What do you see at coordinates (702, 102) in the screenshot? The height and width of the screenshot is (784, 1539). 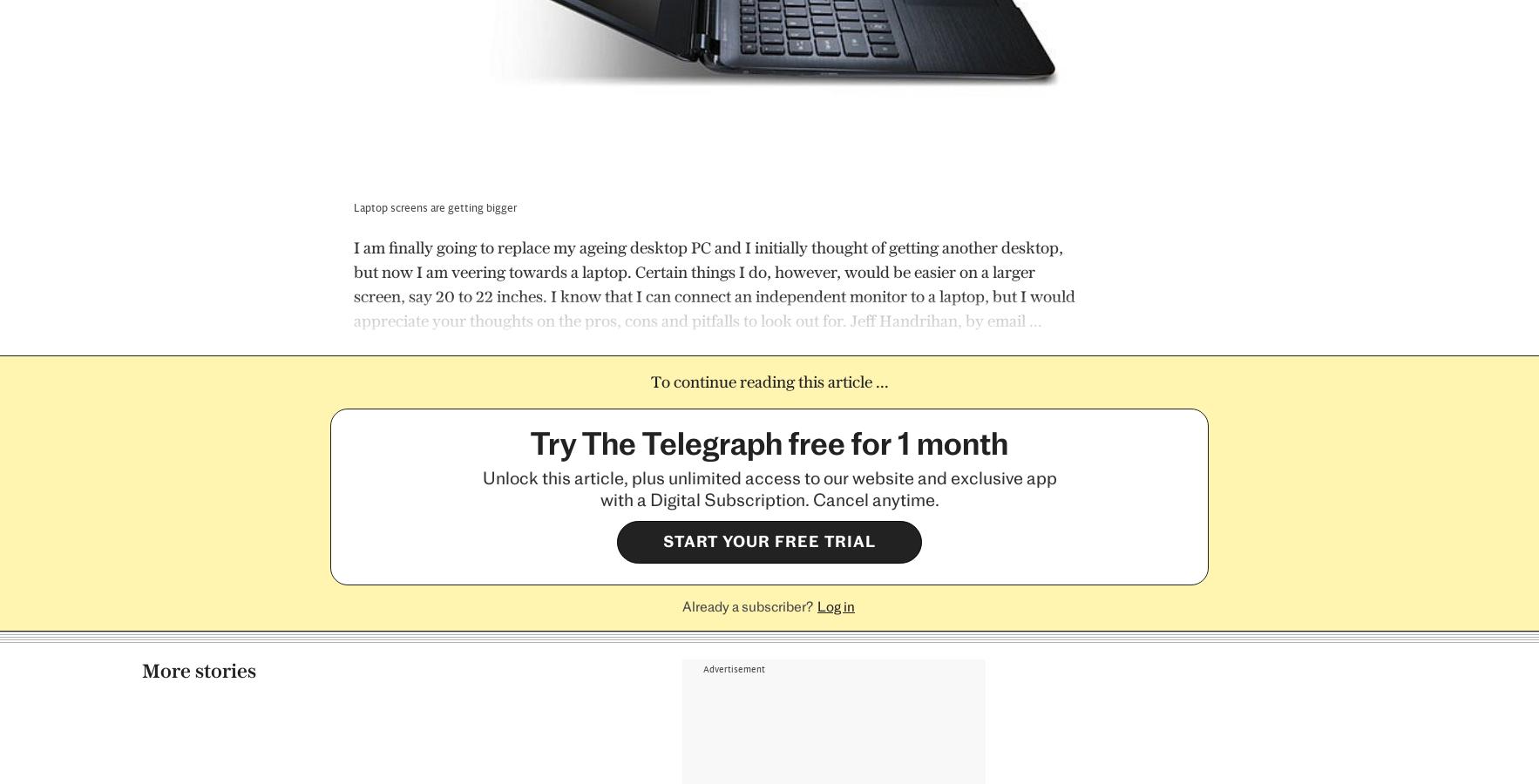 I see `'Advertisement'` at bounding box center [702, 102].